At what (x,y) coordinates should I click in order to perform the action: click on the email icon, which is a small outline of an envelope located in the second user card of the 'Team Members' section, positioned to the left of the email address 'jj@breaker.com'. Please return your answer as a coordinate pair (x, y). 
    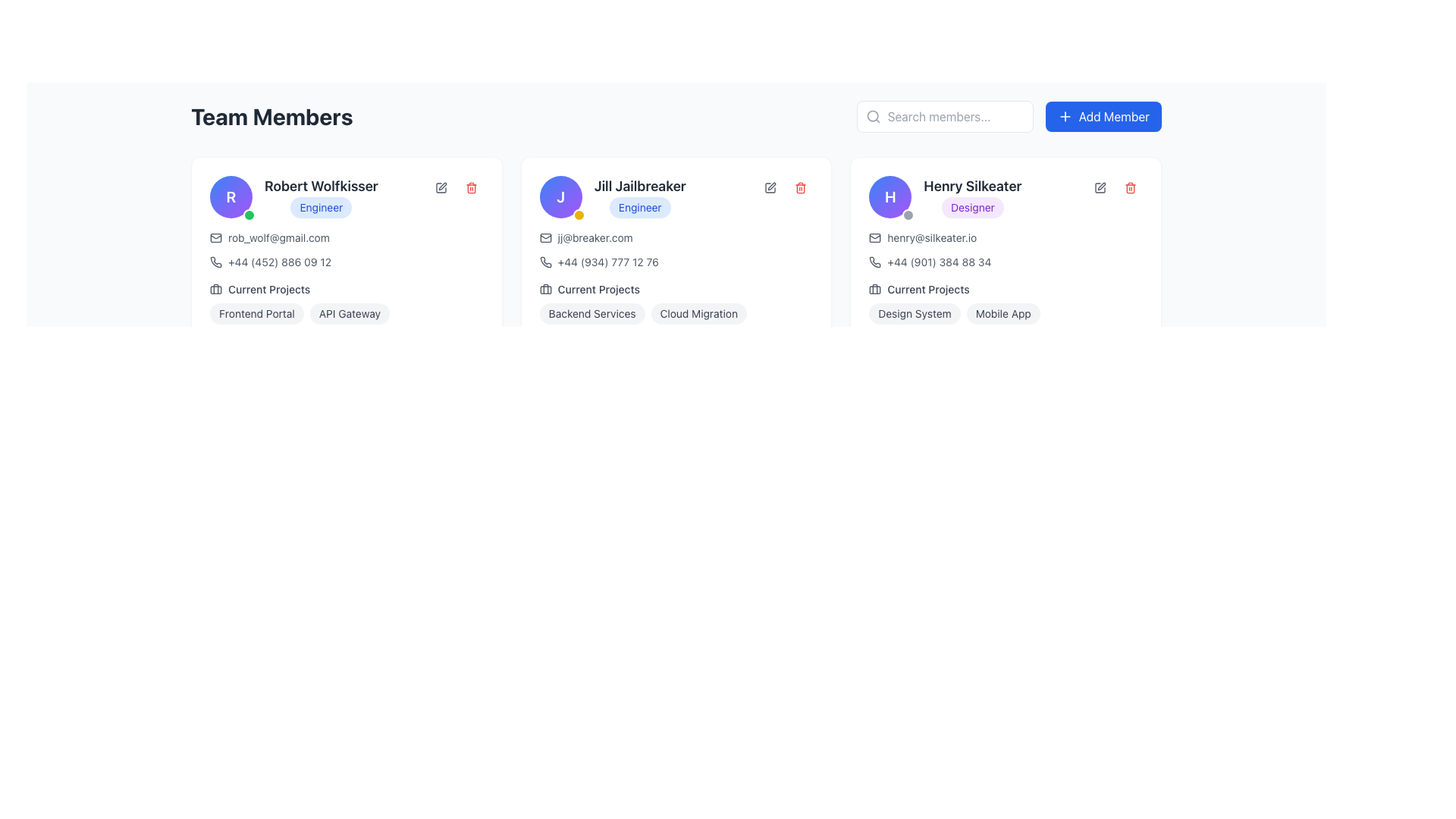
    Looking at the image, I should click on (545, 237).